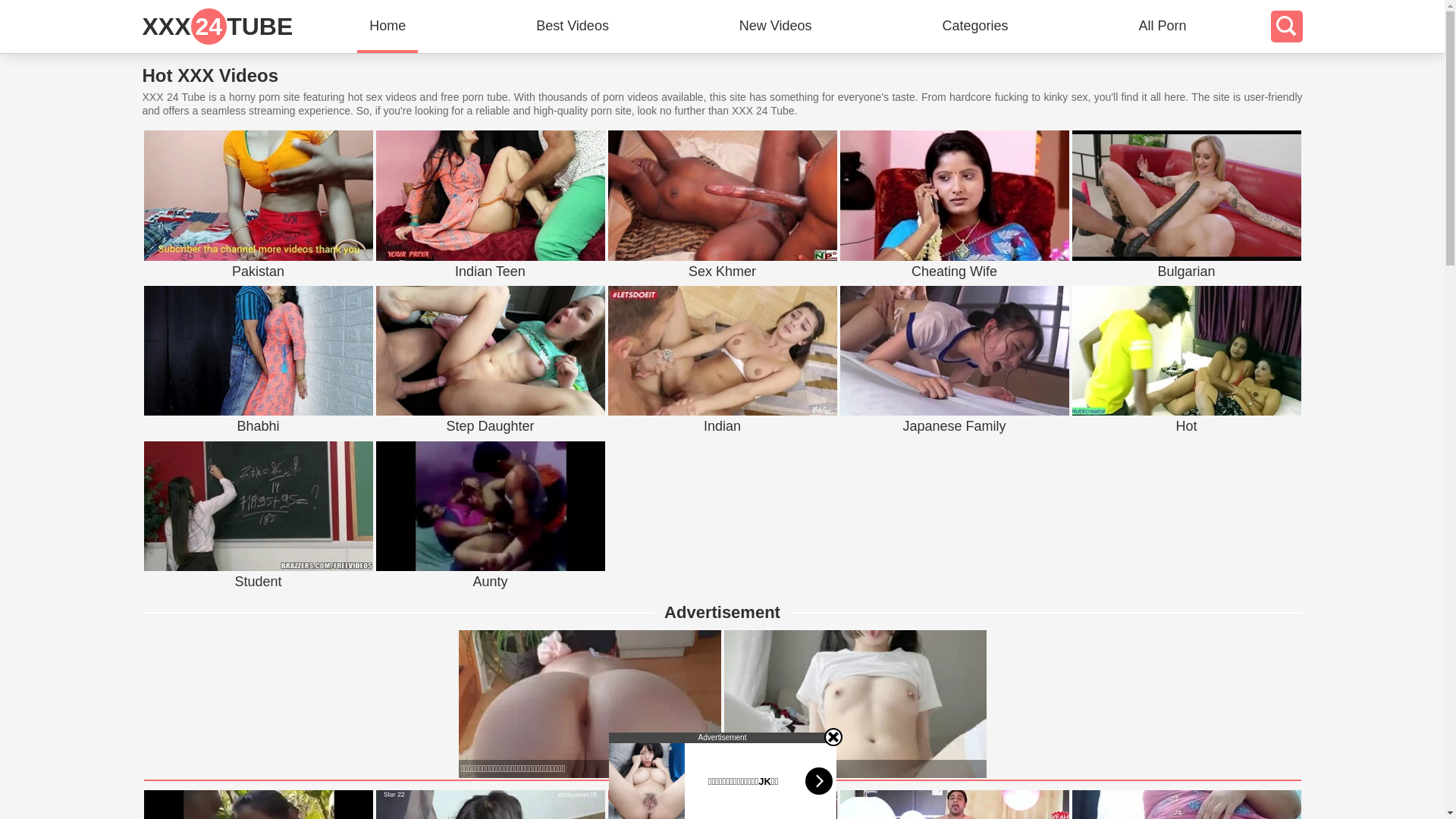 This screenshot has width=1456, height=819. Describe the element at coordinates (571, 26) in the screenshot. I see `'Best Videos'` at that location.